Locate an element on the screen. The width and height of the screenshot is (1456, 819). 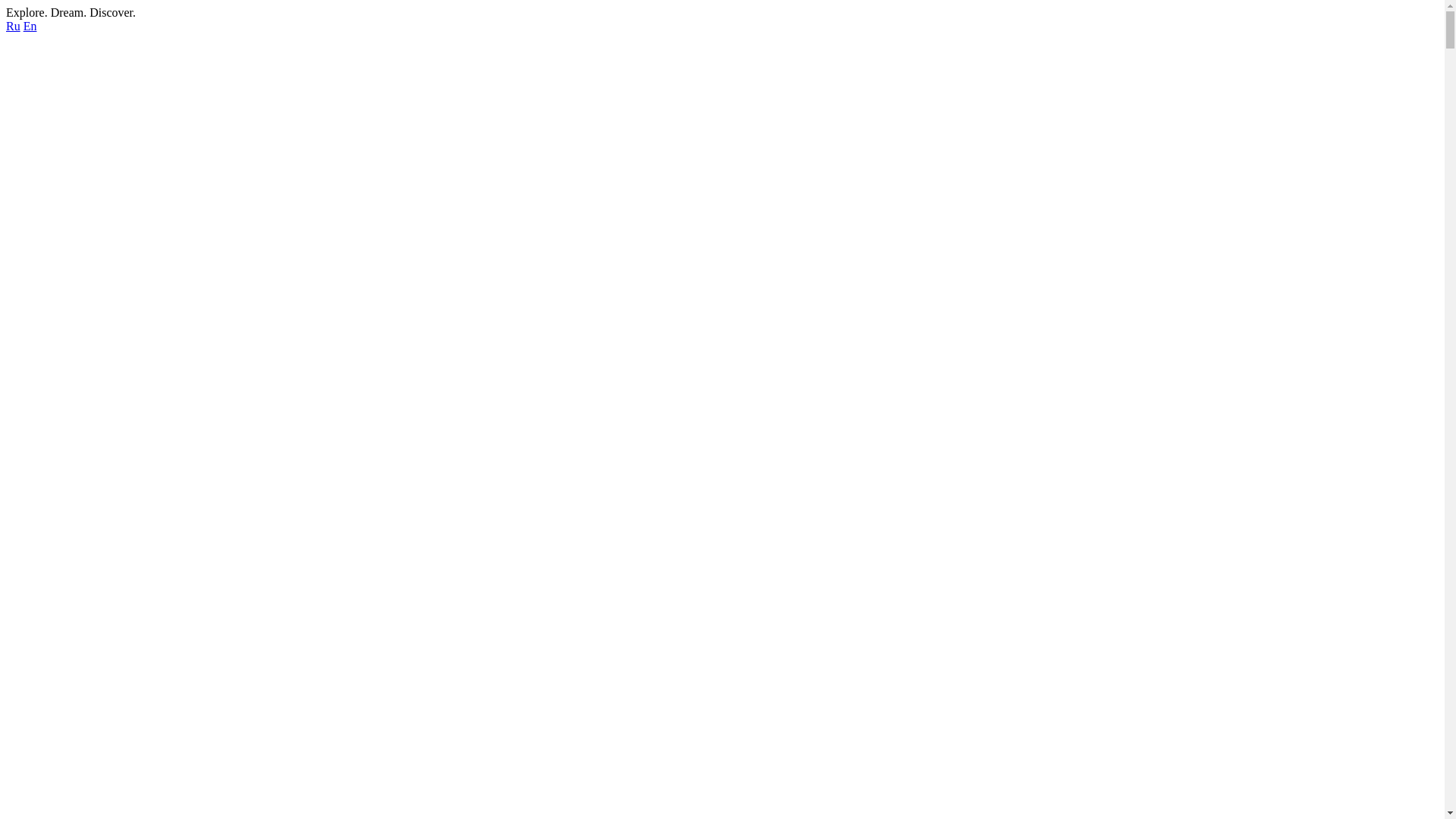
'En' is located at coordinates (23, 26).